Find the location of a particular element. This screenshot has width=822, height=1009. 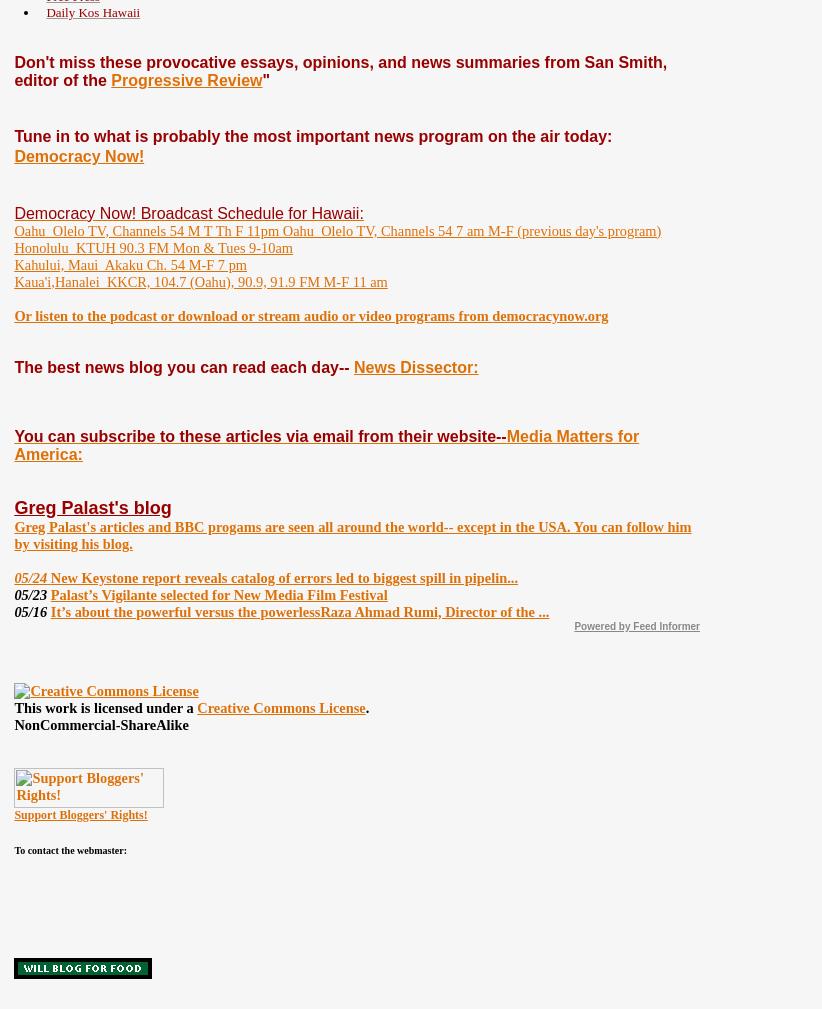

'KKCR, 104.7 (Oahu), 90.9, 91.9 FM
M-F 11 am' is located at coordinates (242, 280).